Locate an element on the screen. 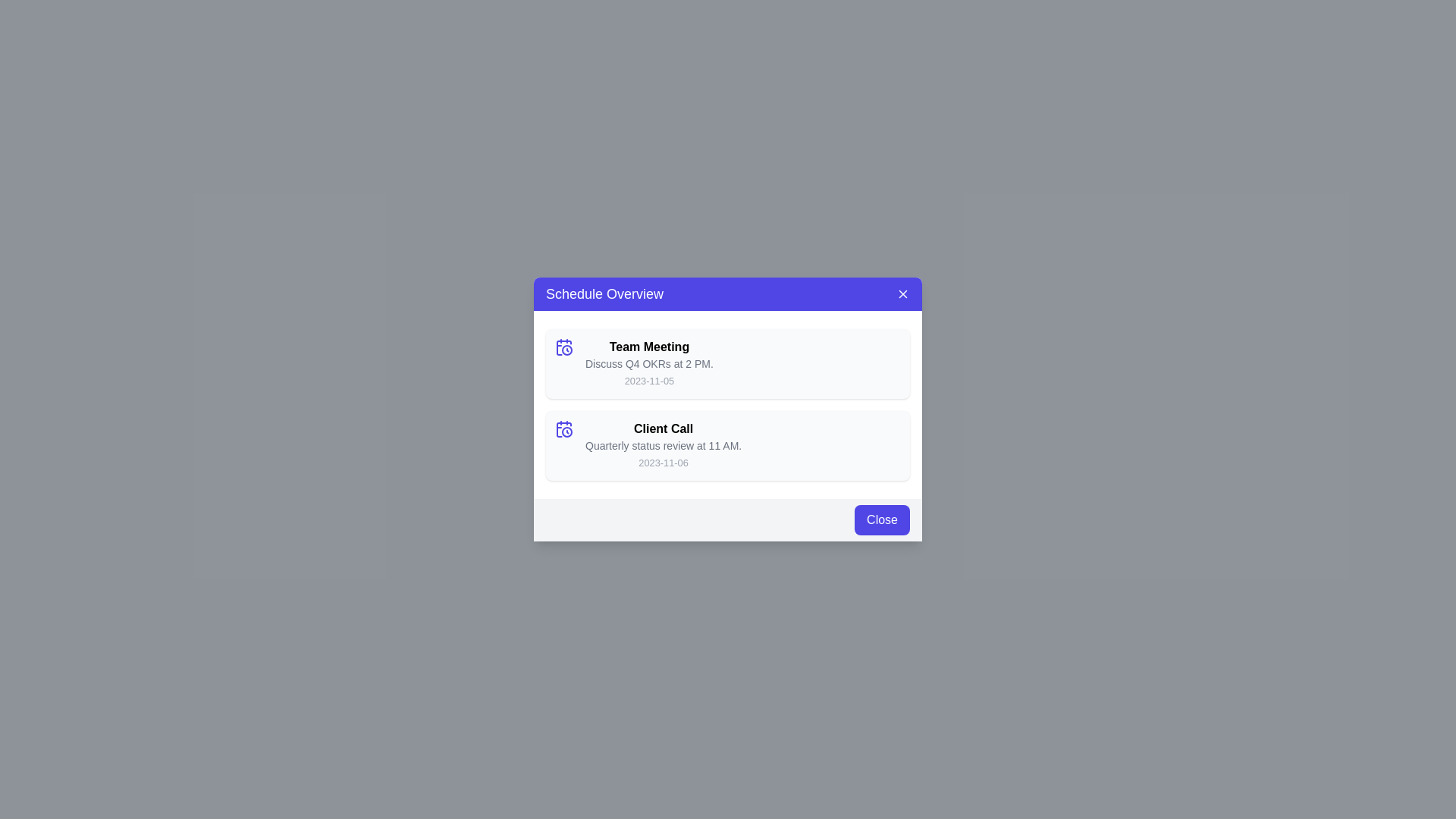 Image resolution: width=1456 pixels, height=819 pixels. the close button located at the top-right corner of the purple header bar of the 'Schedule Overview' modal is located at coordinates (902, 294).